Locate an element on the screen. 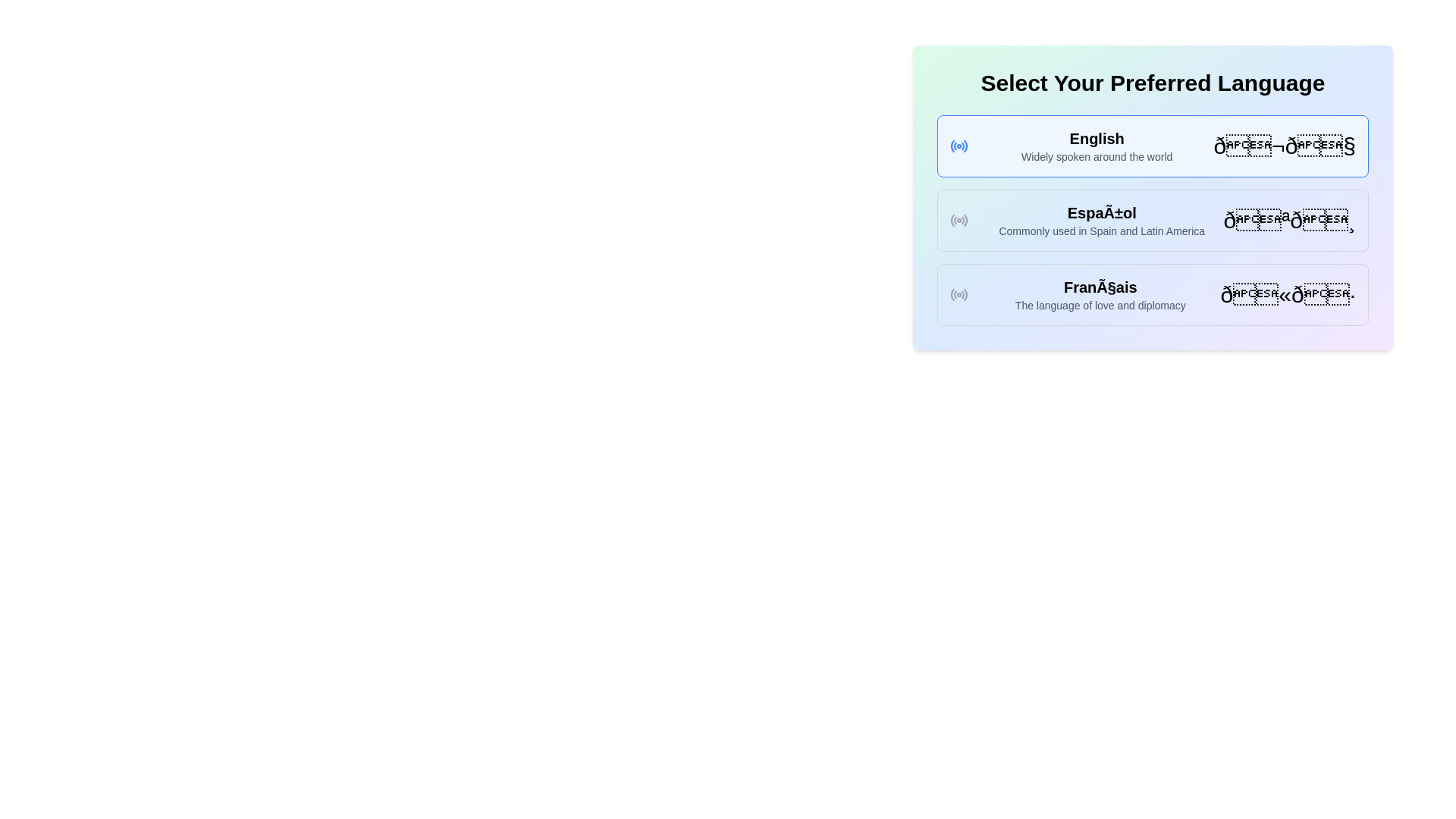 The width and height of the screenshot is (1456, 819). the radio wave icon located to the left of the 'Español' button in the language selection list is located at coordinates (959, 220).